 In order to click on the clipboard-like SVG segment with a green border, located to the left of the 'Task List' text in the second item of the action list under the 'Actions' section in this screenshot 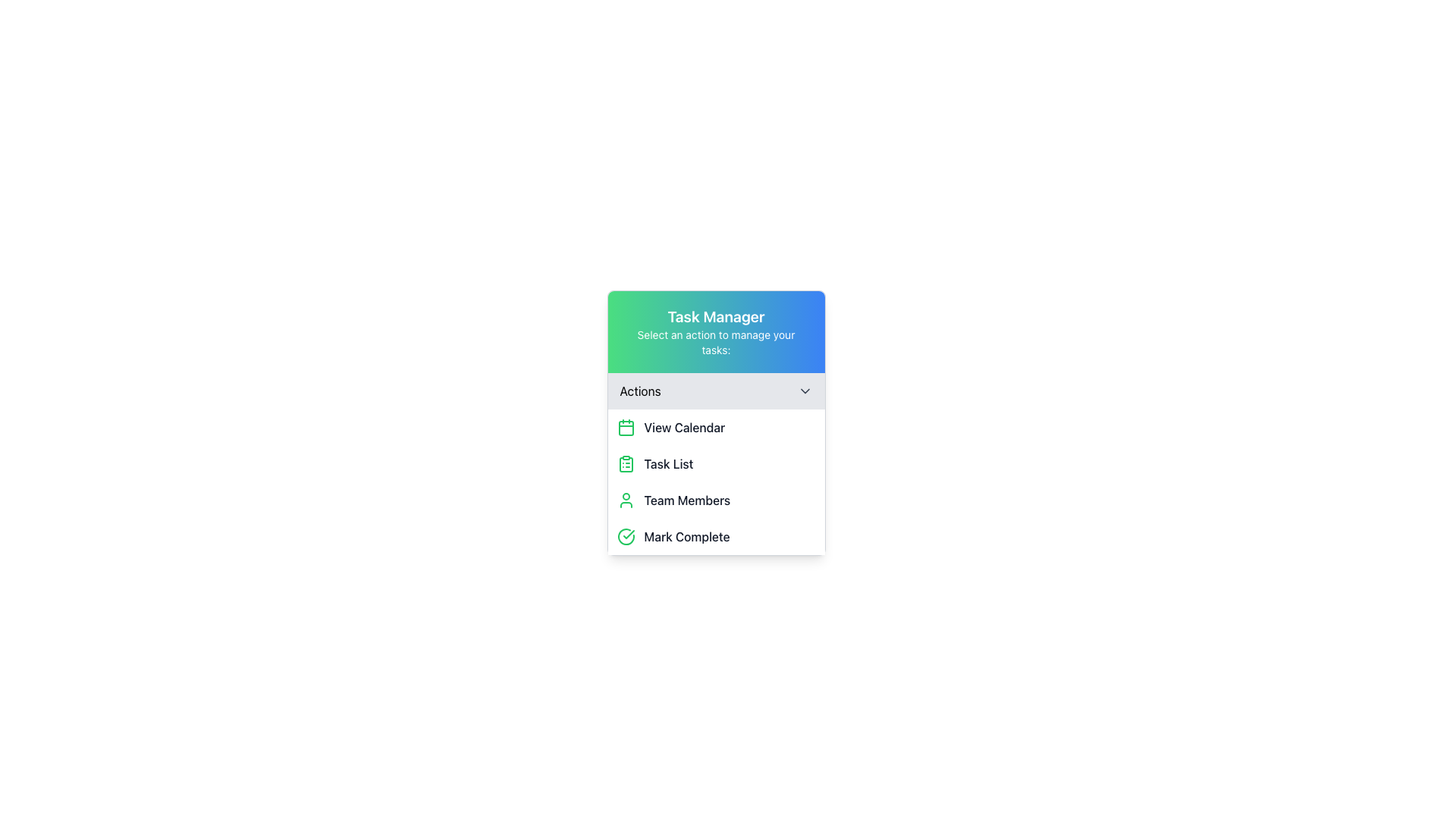, I will do `click(626, 464)`.